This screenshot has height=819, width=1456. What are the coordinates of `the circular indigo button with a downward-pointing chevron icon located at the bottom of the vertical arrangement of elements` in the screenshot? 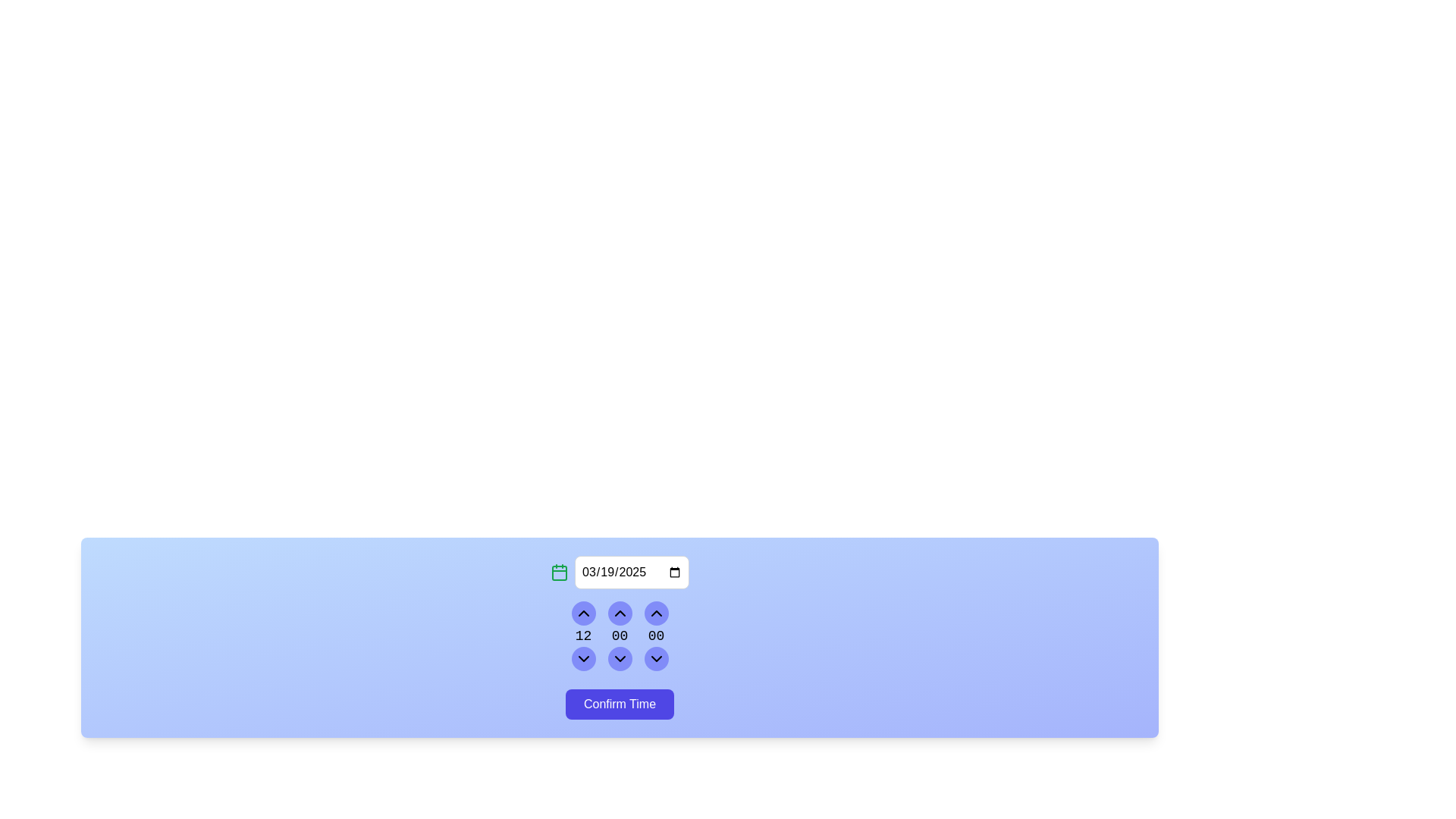 It's located at (582, 657).